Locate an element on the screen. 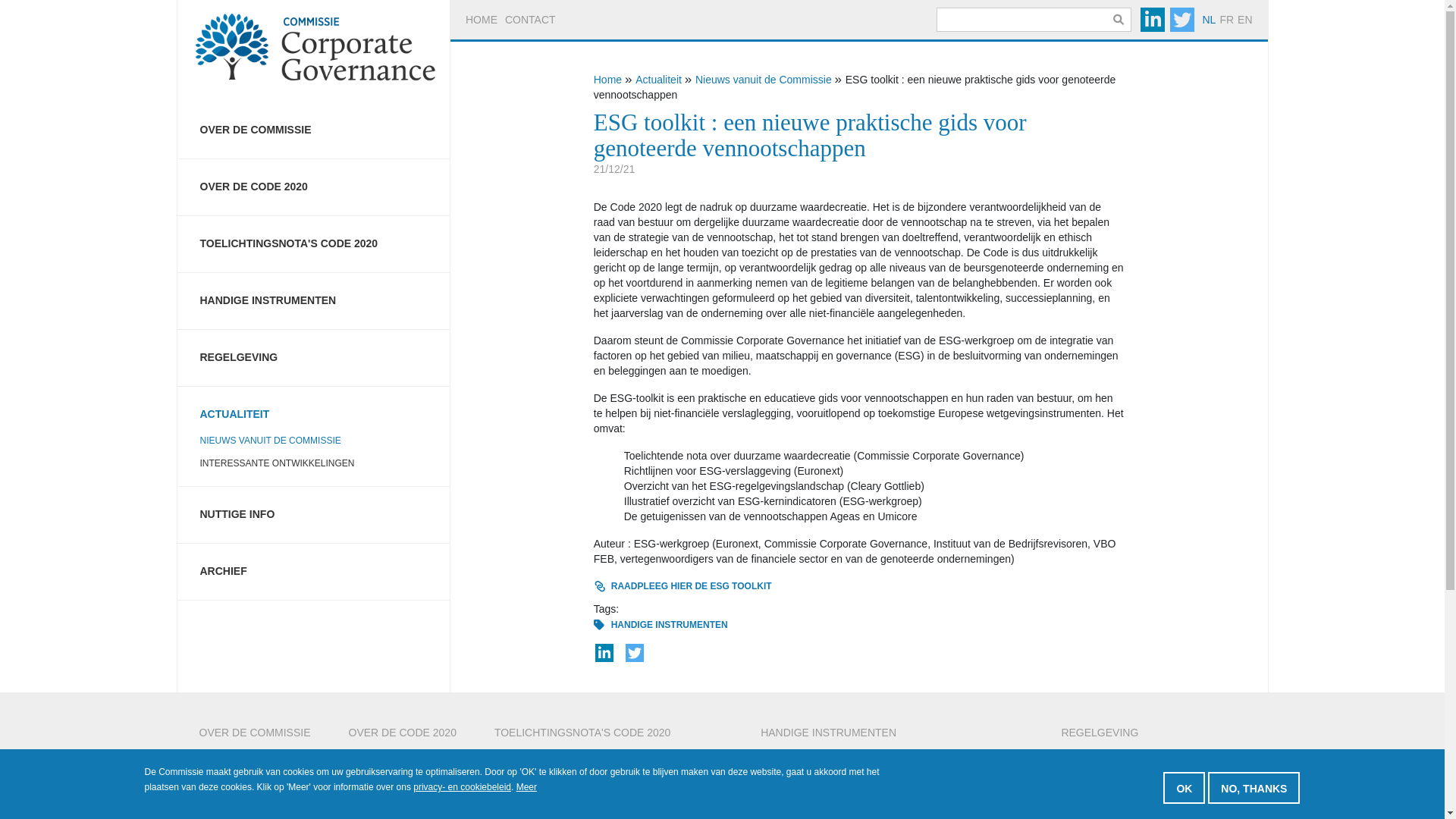 The width and height of the screenshot is (1456, 819). 'TOELICHTINGSNOTA'S CODE 2020' is located at coordinates (312, 243).